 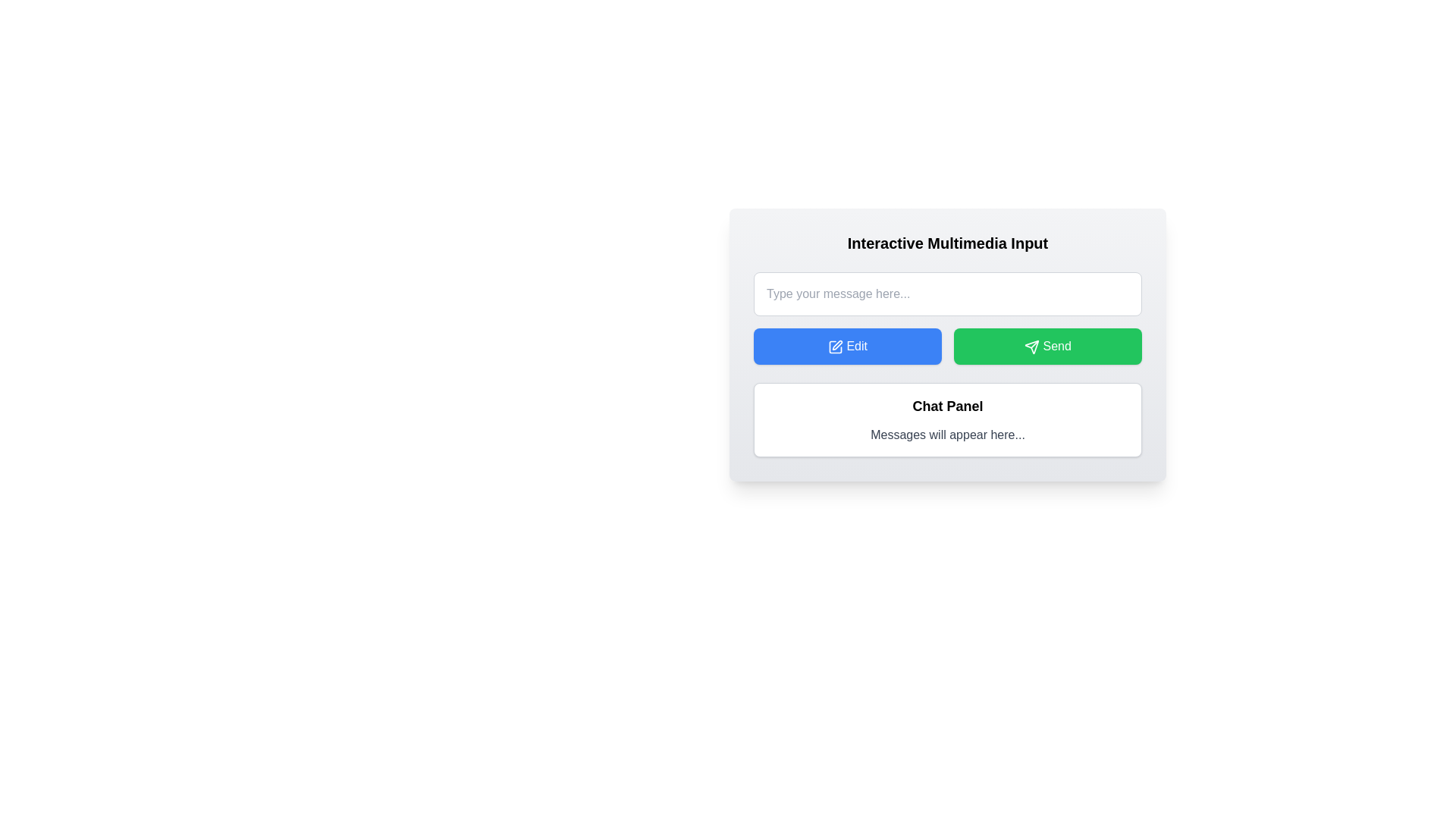 I want to click on the square-shaped base of the pen icon, which is part of the editing functionality located within an SVG next to the 'Edit' text on a blue button, so click(x=834, y=347).